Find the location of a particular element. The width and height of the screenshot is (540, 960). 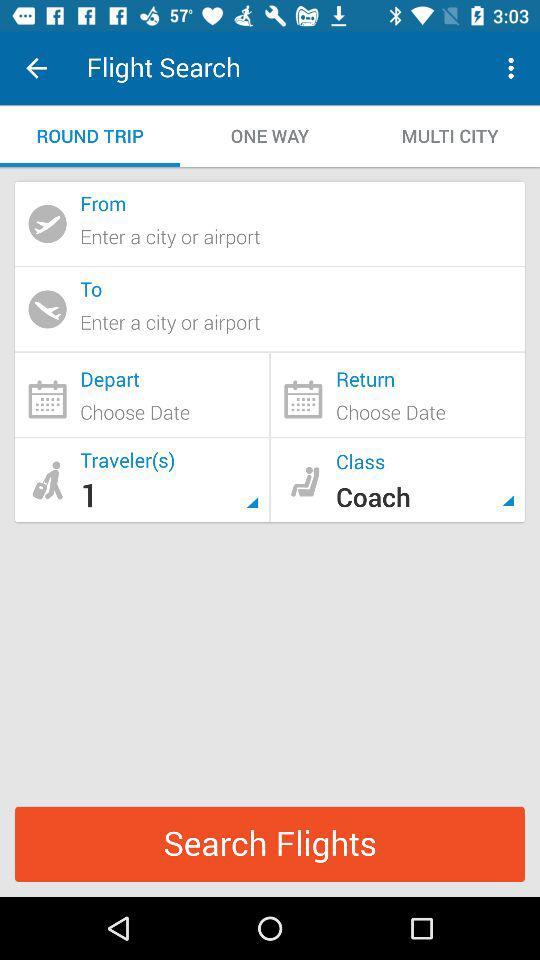

icon to the left of multi city icon is located at coordinates (270, 135).